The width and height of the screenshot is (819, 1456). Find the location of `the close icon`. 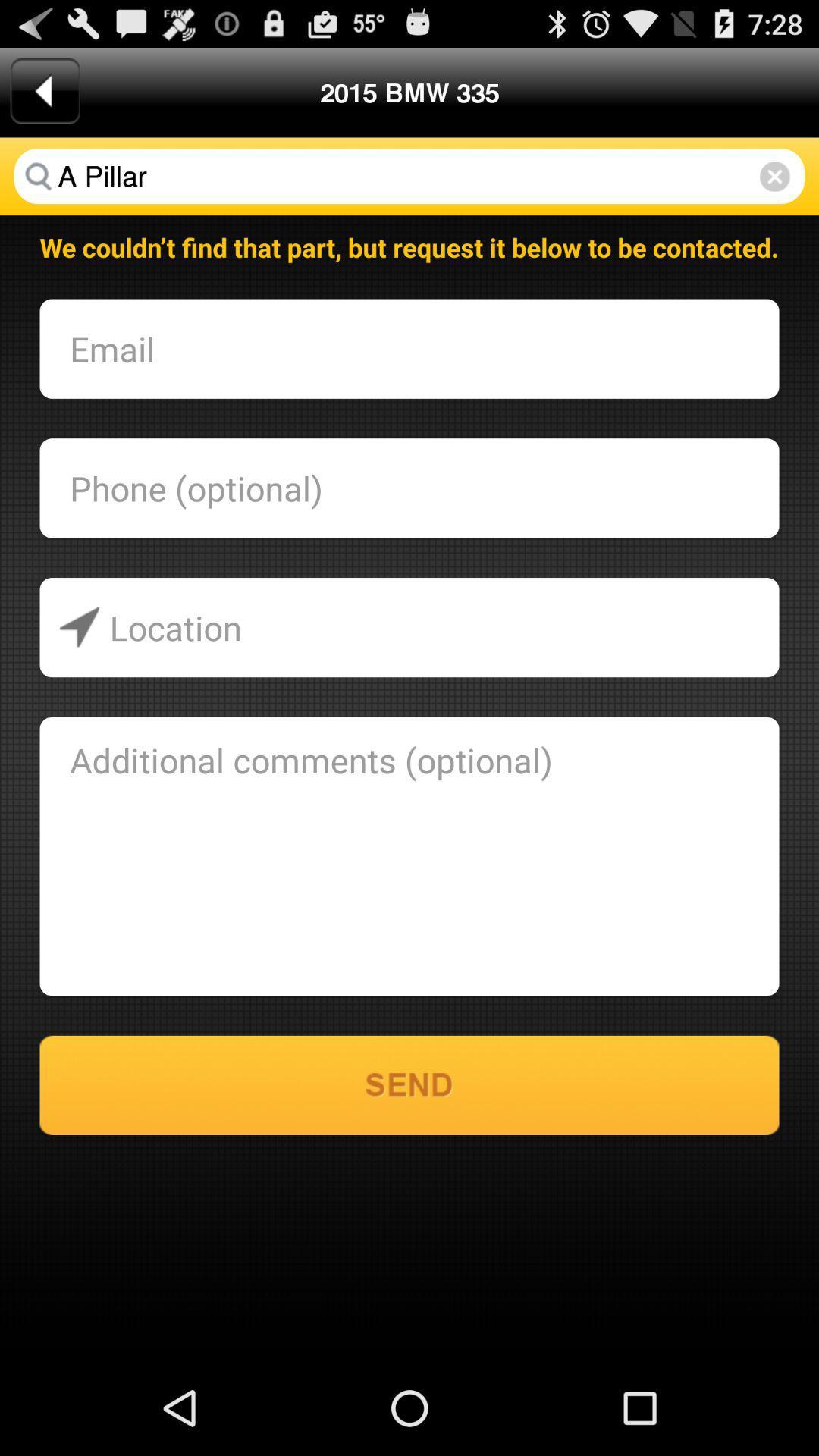

the close icon is located at coordinates (774, 188).